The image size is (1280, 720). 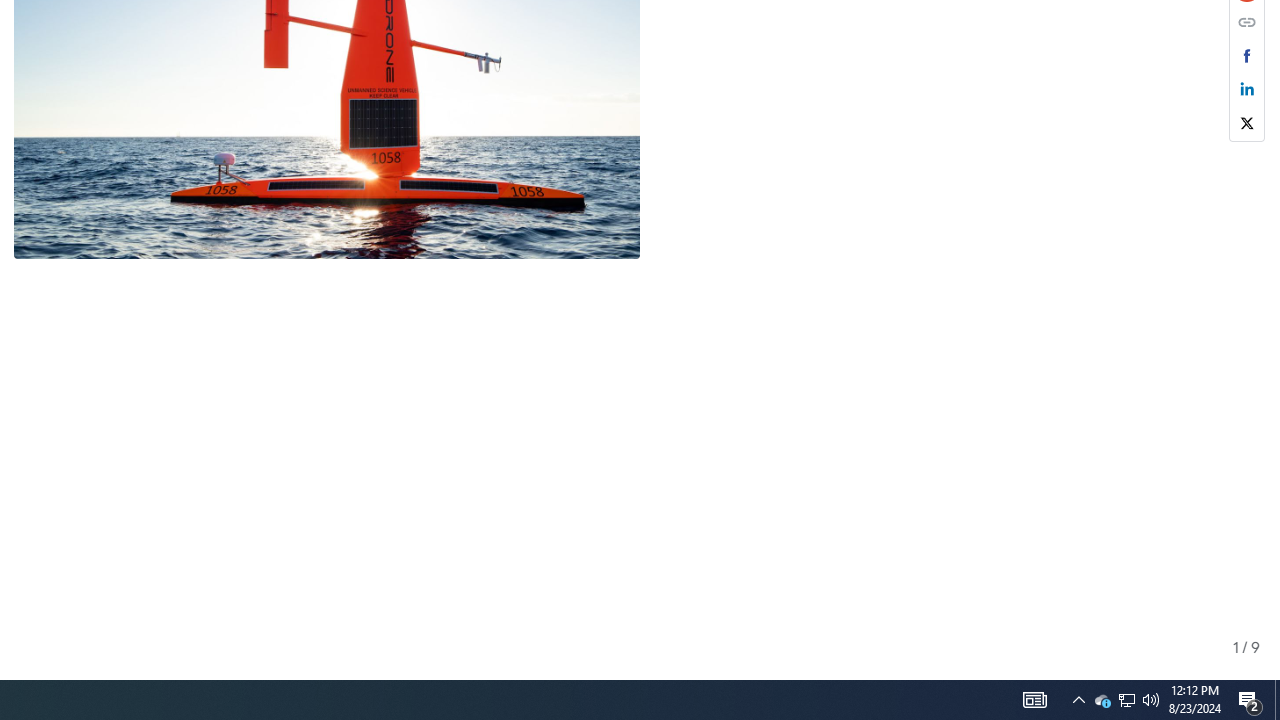 What do you see at coordinates (1250, 698) in the screenshot?
I see `'Action Center, 2 new notifications'` at bounding box center [1250, 698].